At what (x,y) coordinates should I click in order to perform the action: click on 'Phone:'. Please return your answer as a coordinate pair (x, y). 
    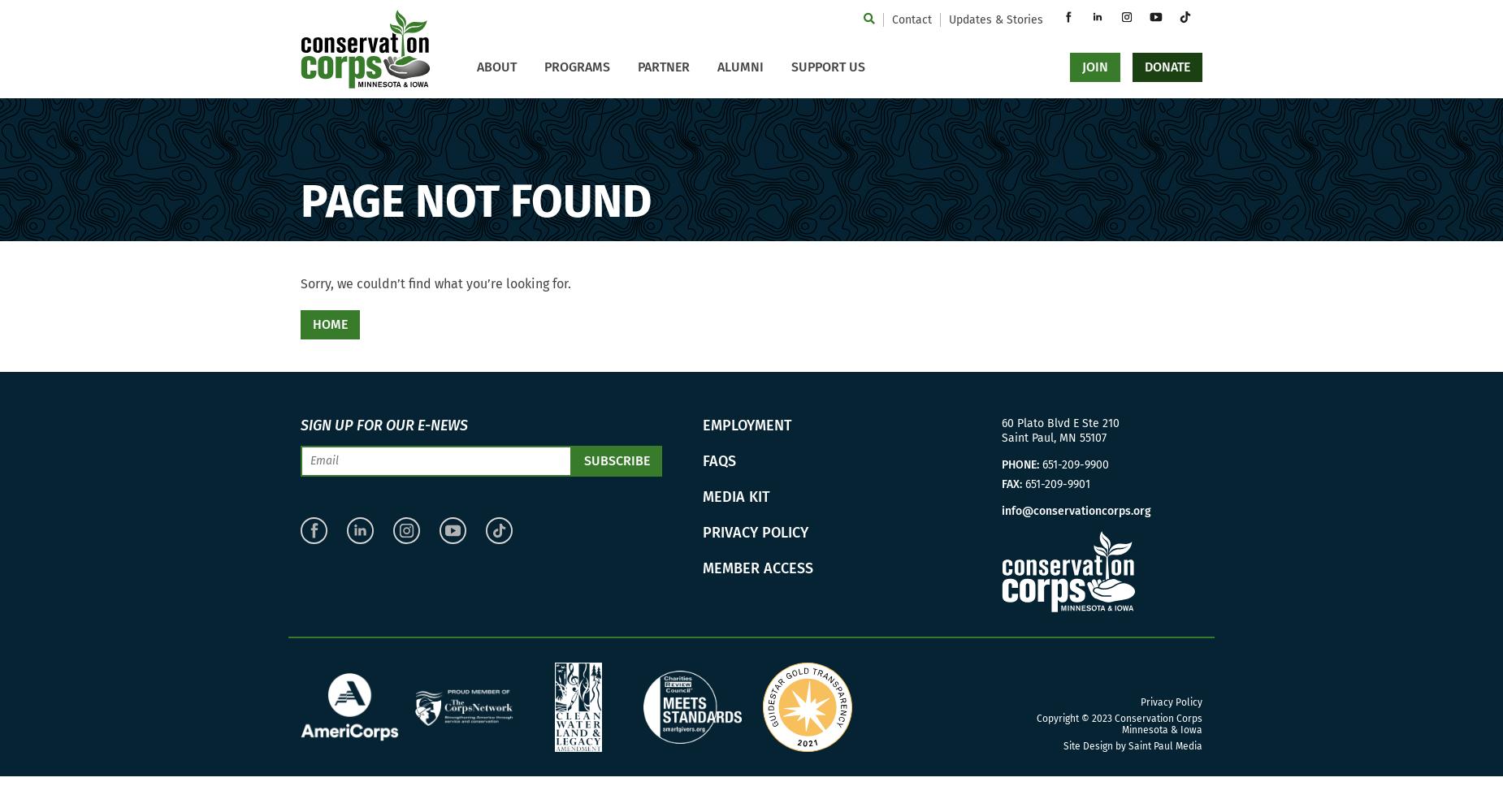
    Looking at the image, I should click on (1019, 464).